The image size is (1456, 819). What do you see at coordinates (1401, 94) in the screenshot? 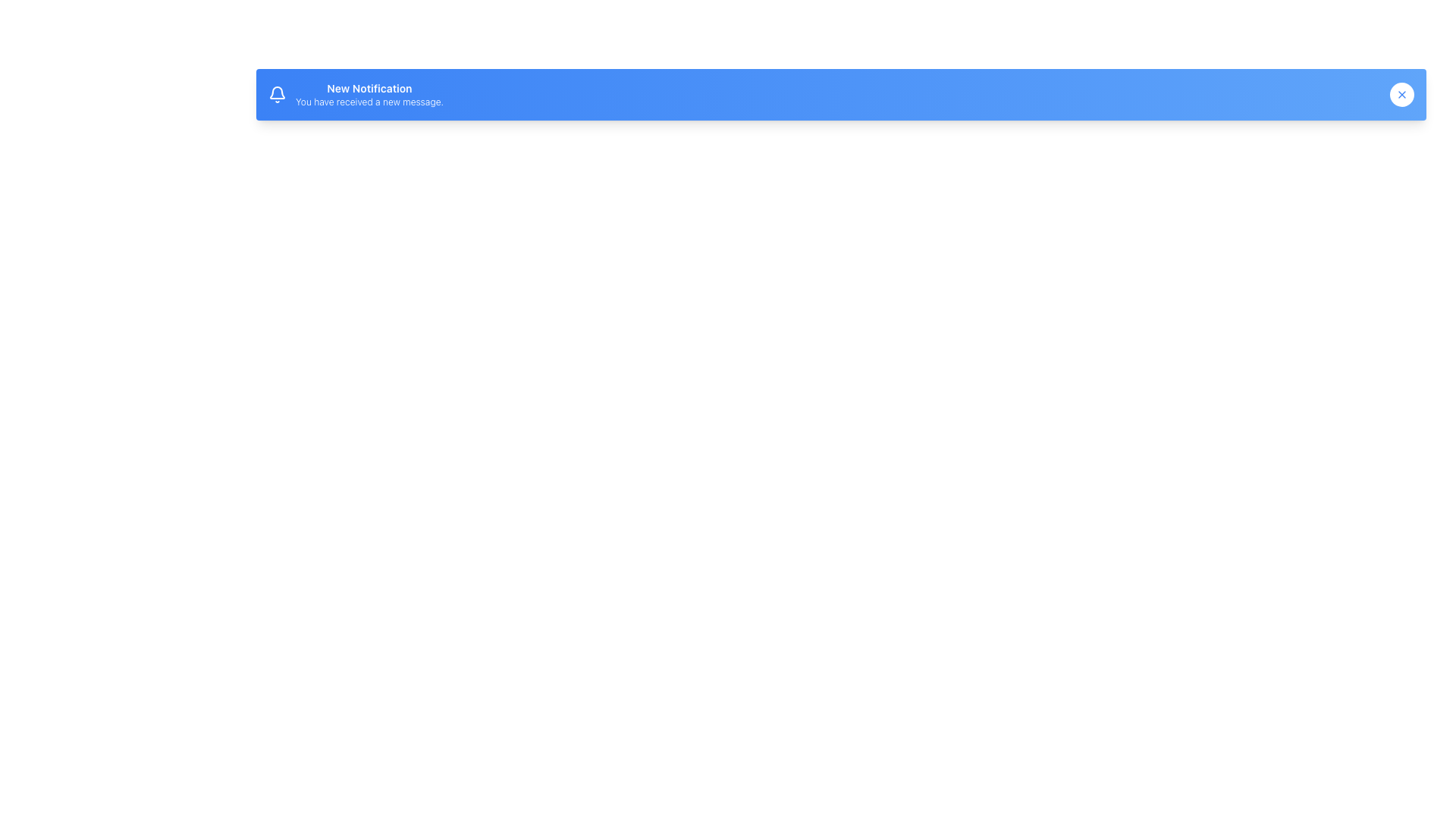
I see `the small, white, circular button with a blue border and a blue 'X' icon located at the far right of the horizontal notification bar` at bounding box center [1401, 94].